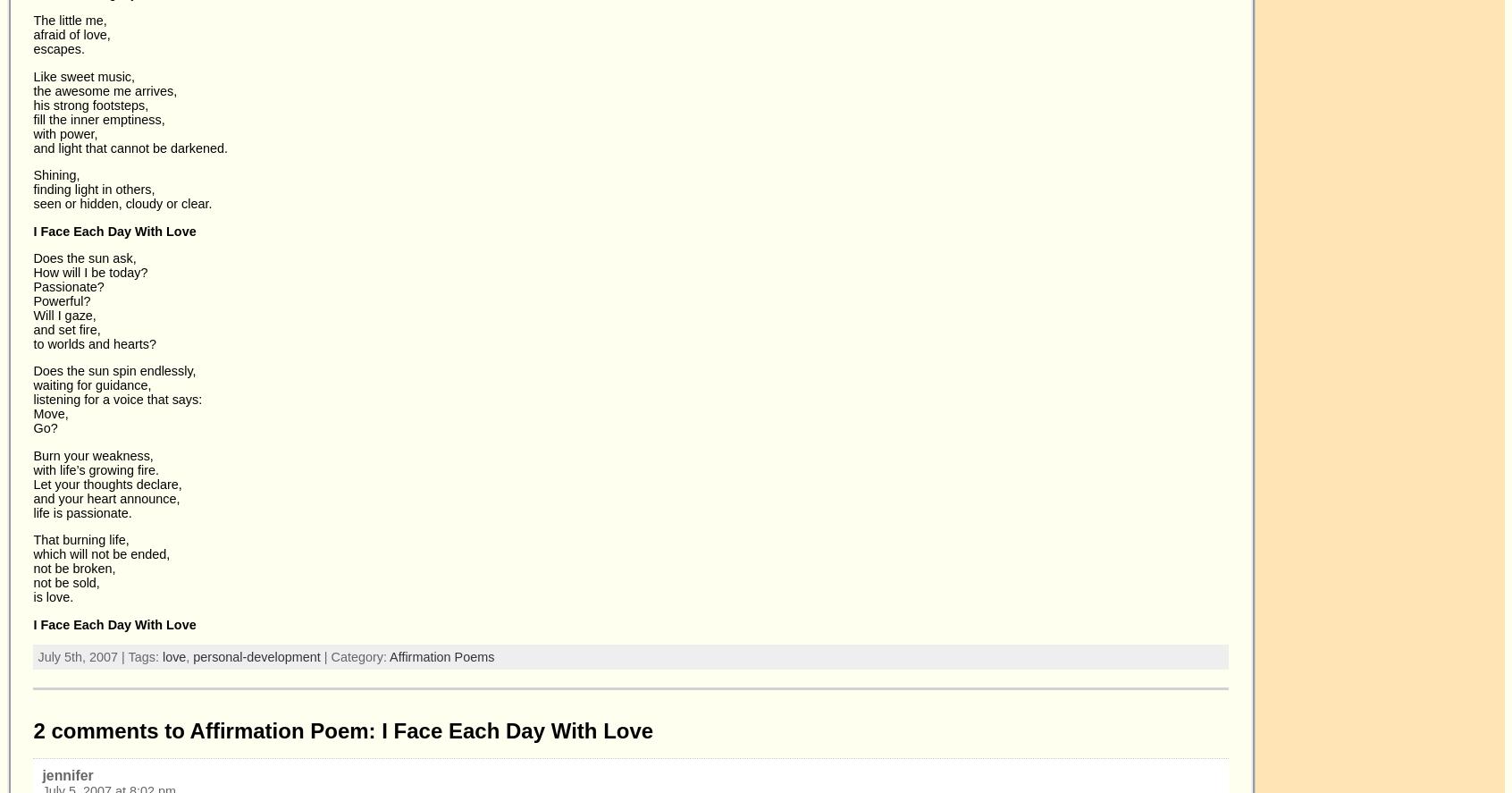  Describe the element at coordinates (32, 371) in the screenshot. I see `'Does the sun spin endlessly,'` at that location.